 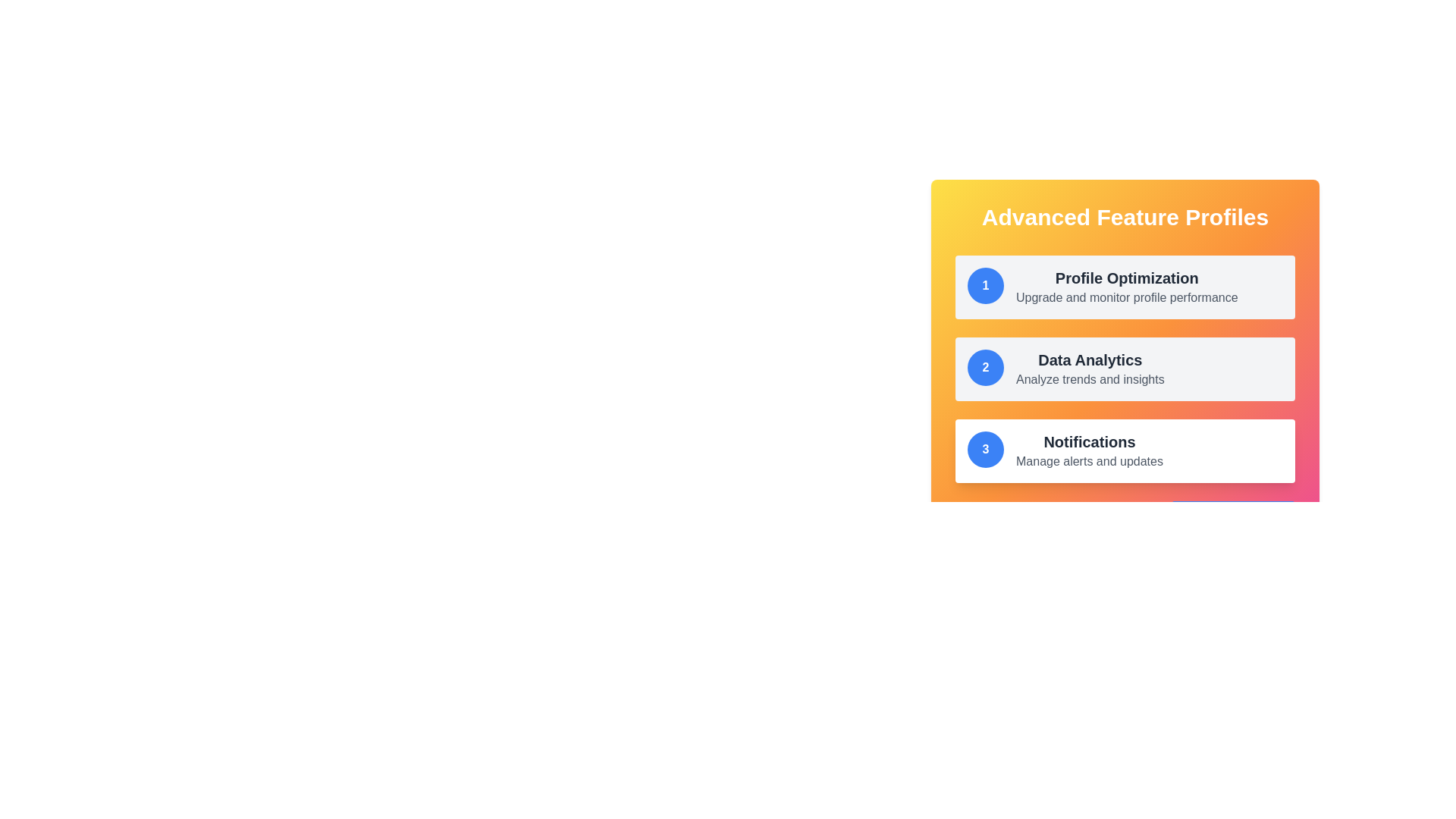 What do you see at coordinates (1089, 379) in the screenshot?
I see `the informational text that displays 'Analyze trends and insights', located beneath the 'Data Analytics' heading within the feature cards list` at bounding box center [1089, 379].